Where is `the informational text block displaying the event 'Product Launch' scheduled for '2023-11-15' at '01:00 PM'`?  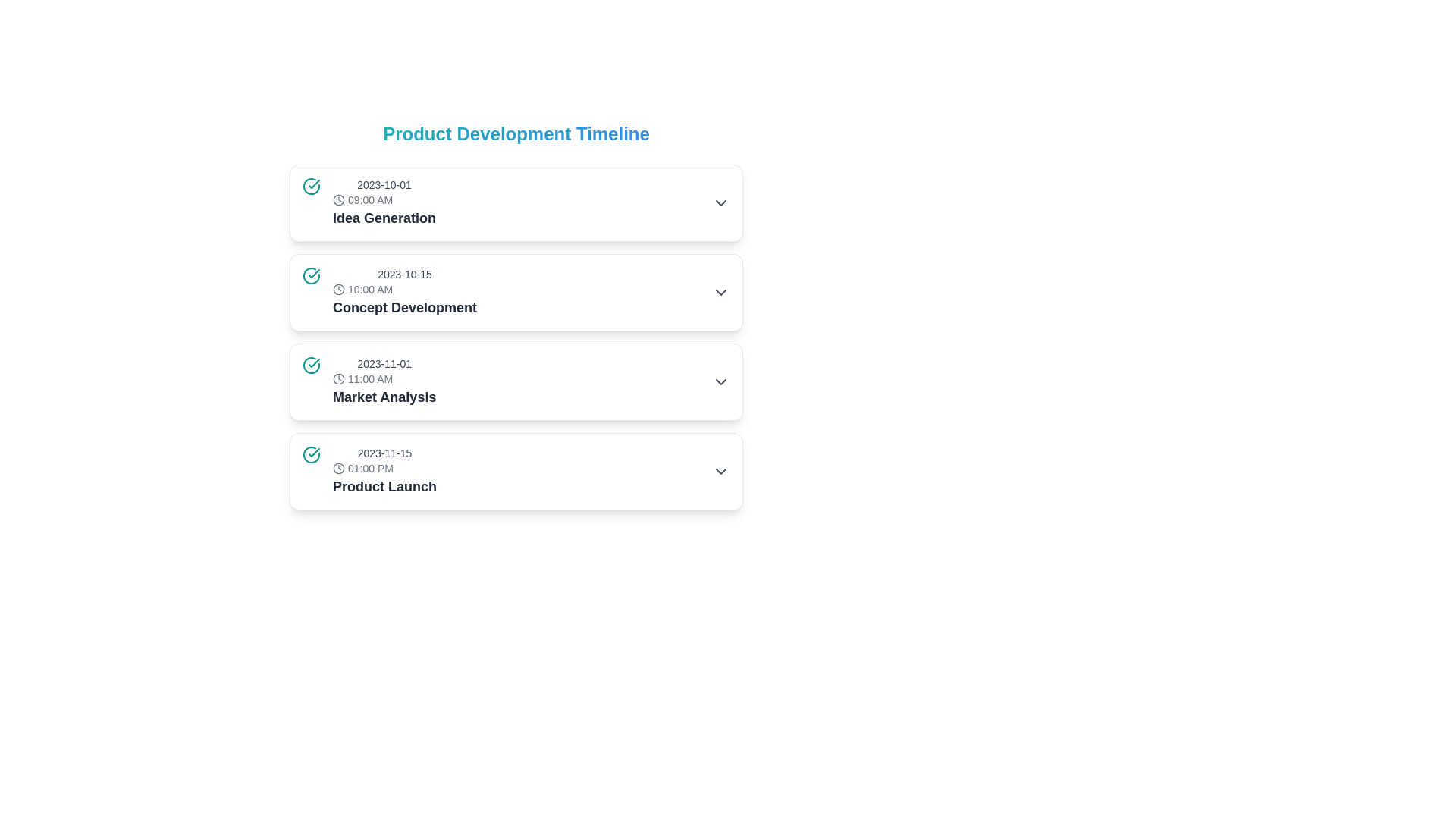 the informational text block displaying the event 'Product Launch' scheduled for '2023-11-15' at '01:00 PM' is located at coordinates (384, 470).